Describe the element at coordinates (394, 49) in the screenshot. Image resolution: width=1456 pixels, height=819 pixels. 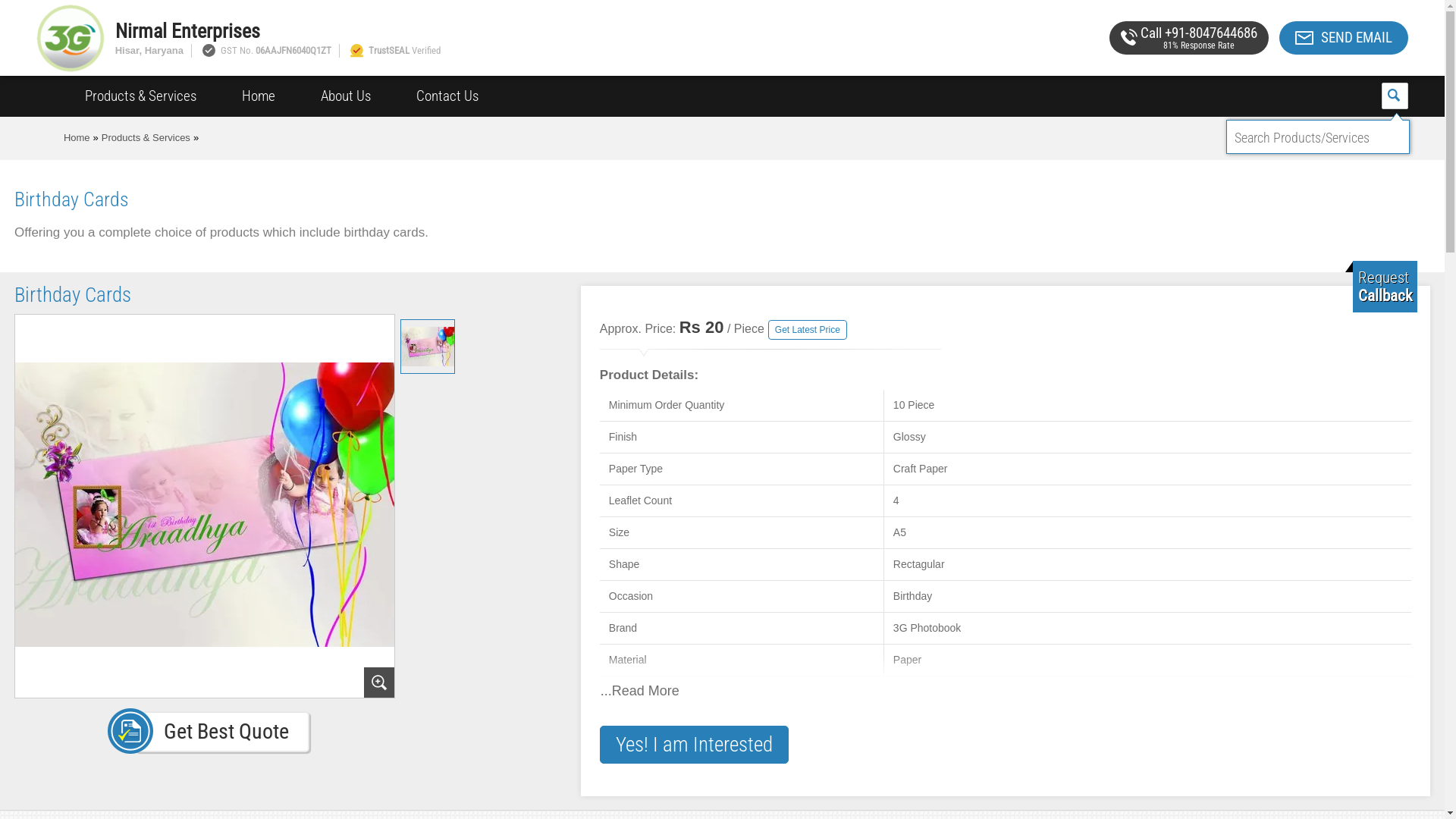
I see `'TrustSEAL Verified'` at that location.